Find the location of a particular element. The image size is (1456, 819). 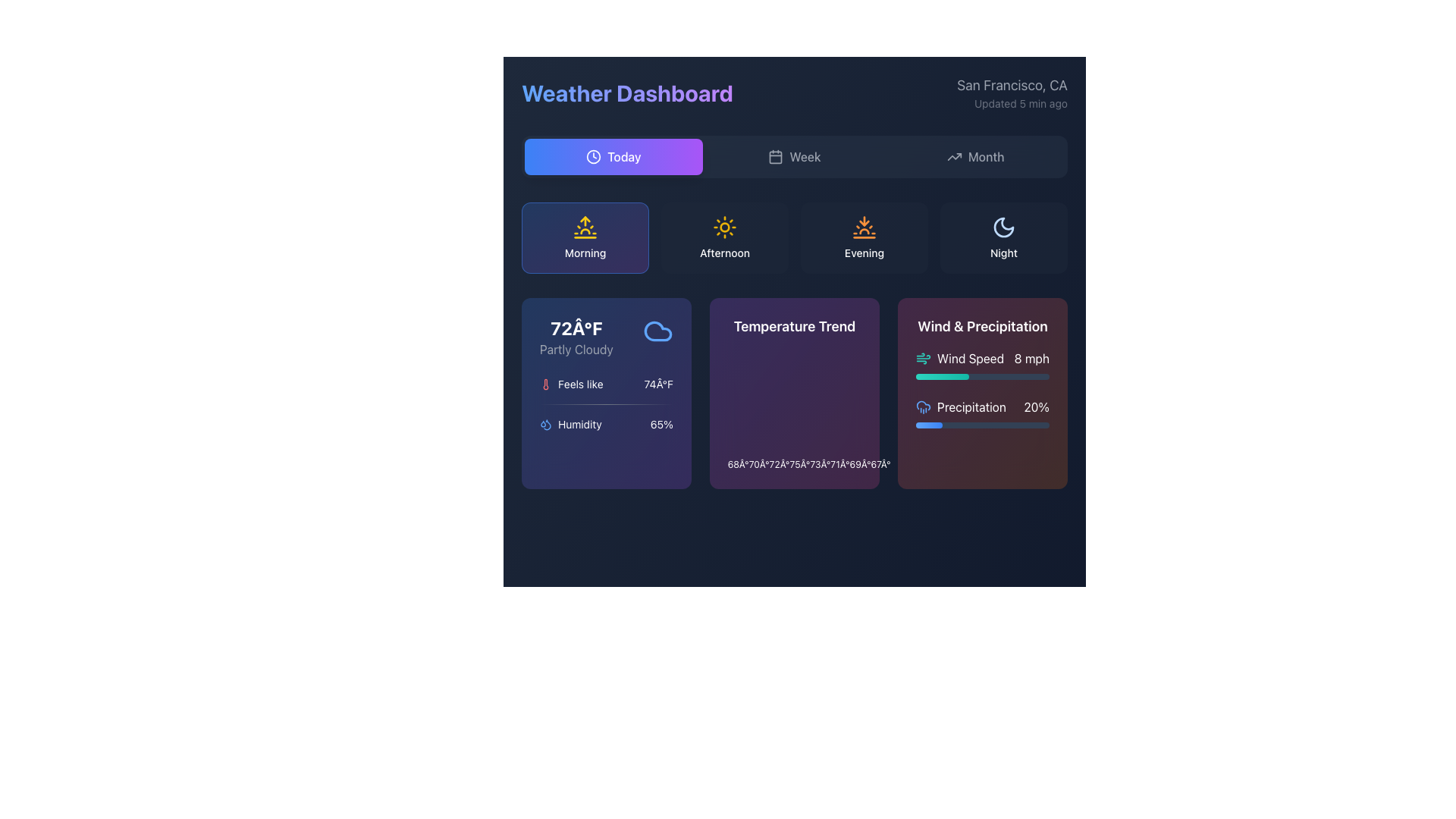

the Interactive Card labeled 'Evening' is located at coordinates (864, 237).